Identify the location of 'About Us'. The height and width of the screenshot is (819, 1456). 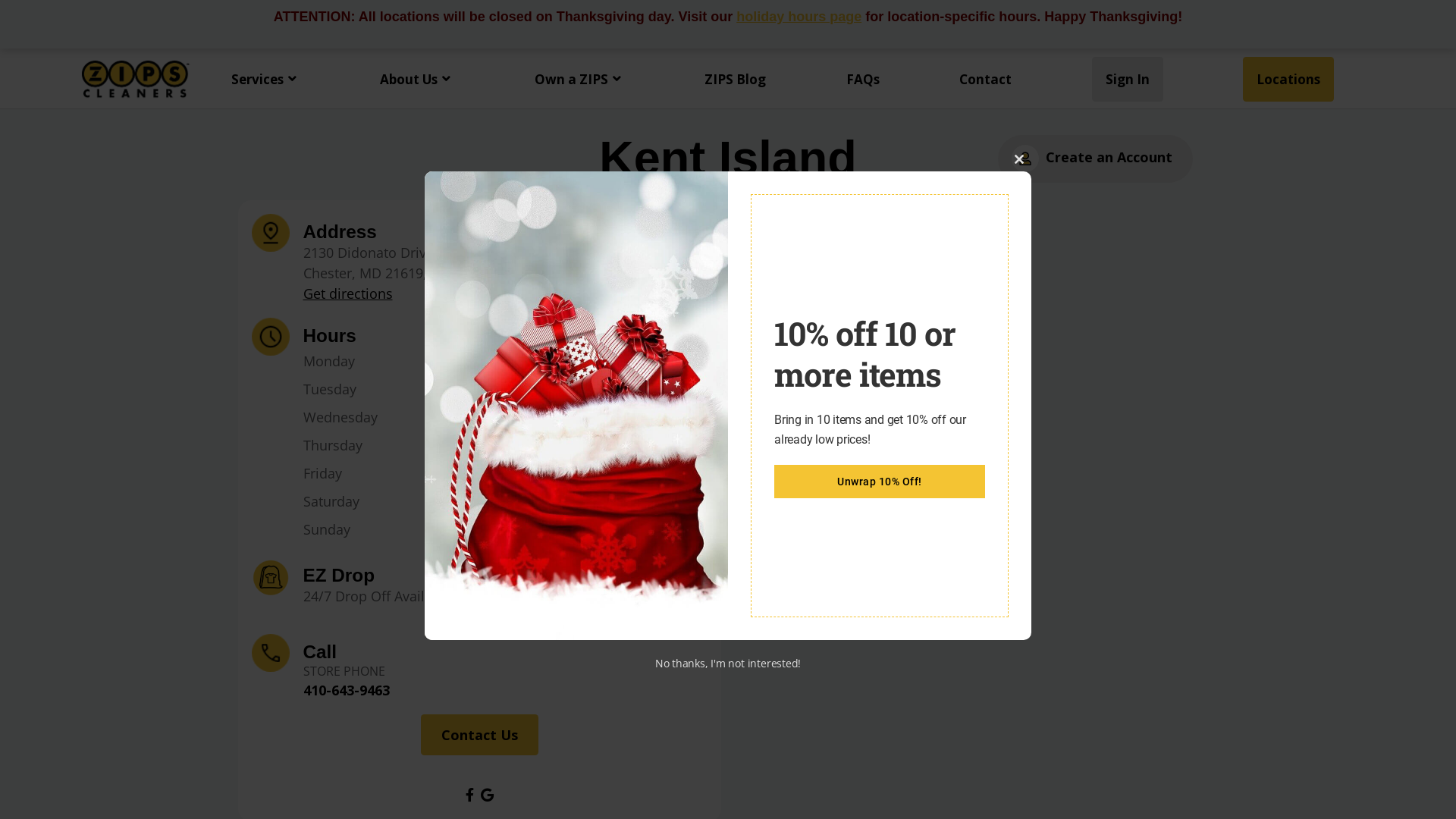
(379, 79).